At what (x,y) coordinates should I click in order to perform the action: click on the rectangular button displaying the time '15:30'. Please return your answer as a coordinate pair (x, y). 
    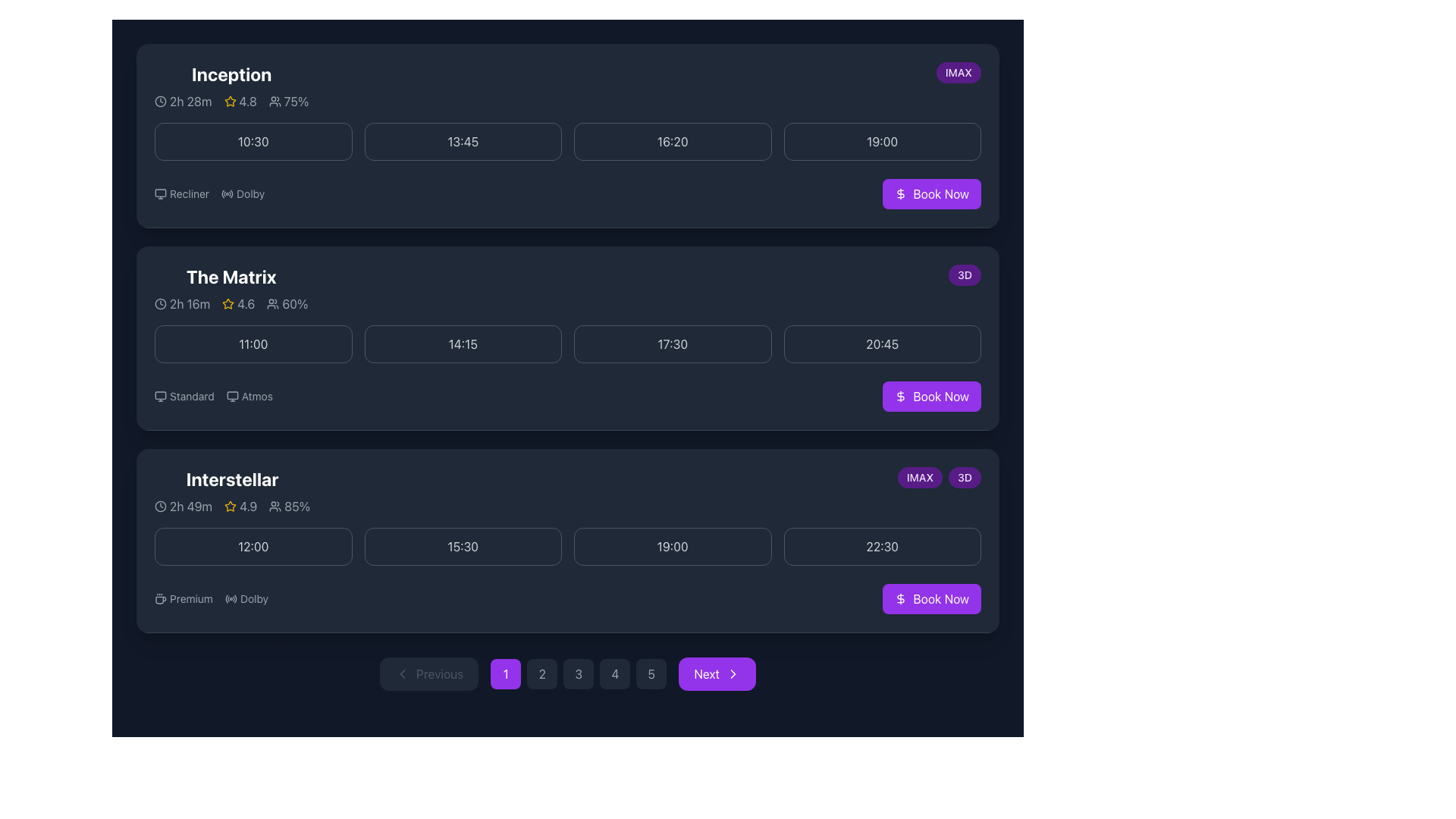
    Looking at the image, I should click on (462, 547).